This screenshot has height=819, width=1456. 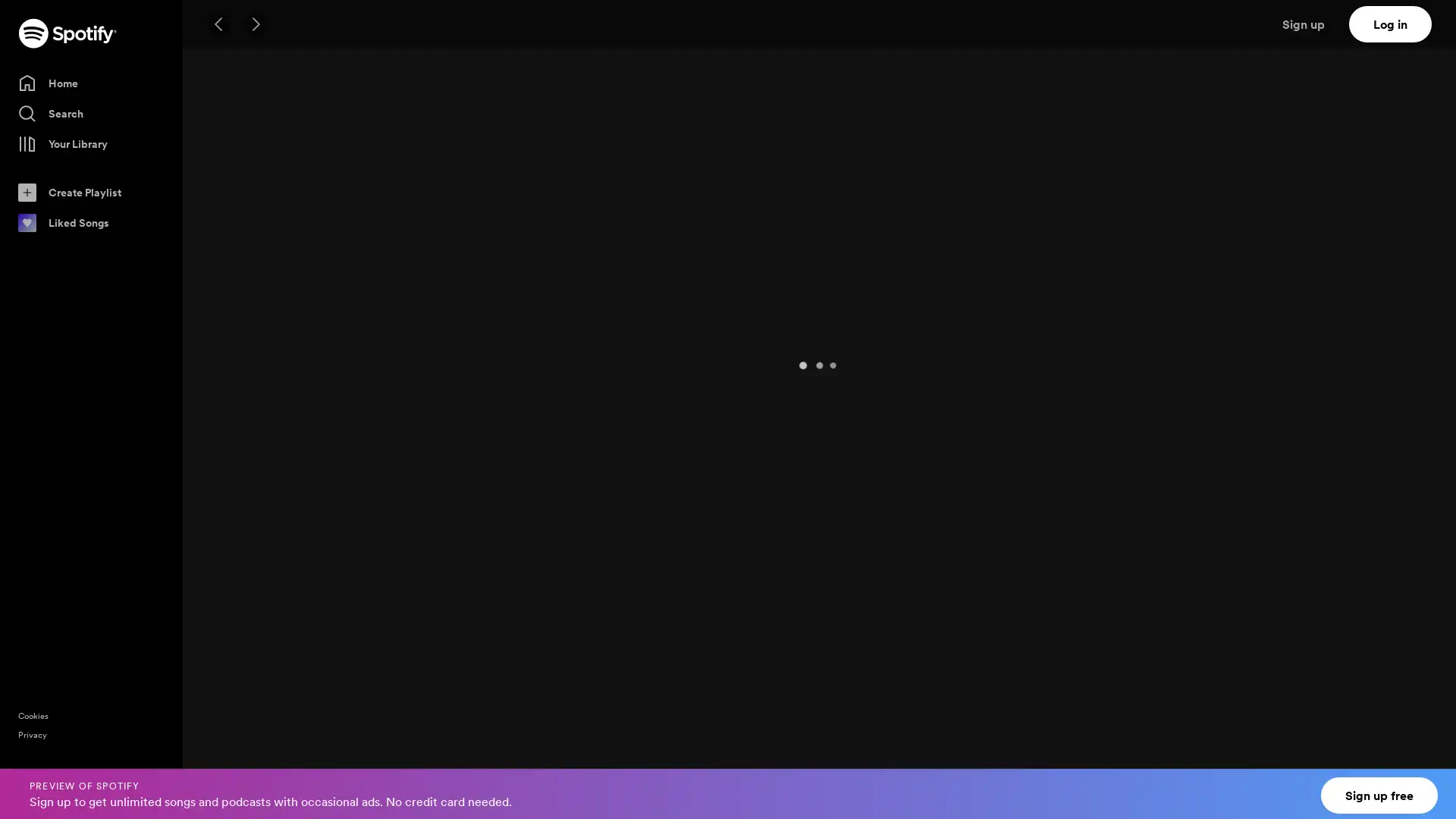 I want to click on Play Looking Backward by Melody's Echo Chamber, so click(x=225, y=738).